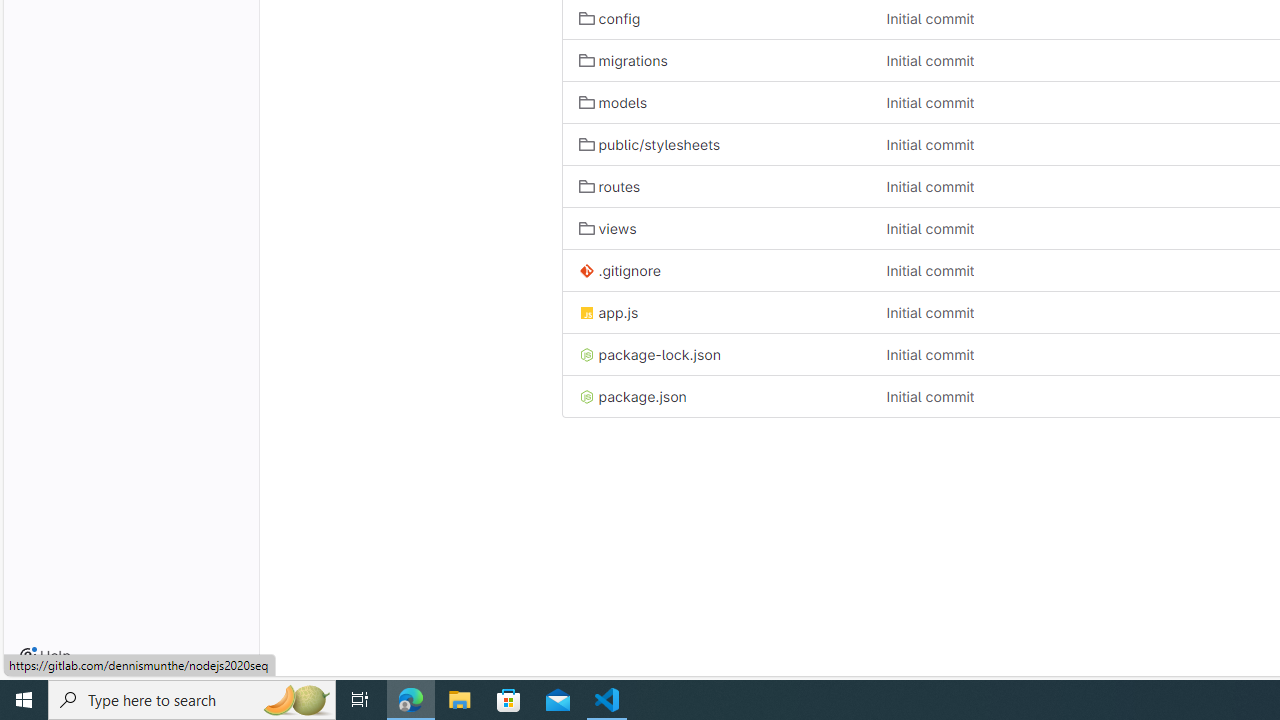 Image resolution: width=1280 pixels, height=720 pixels. What do you see at coordinates (608, 186) in the screenshot?
I see `'routes'` at bounding box center [608, 186].